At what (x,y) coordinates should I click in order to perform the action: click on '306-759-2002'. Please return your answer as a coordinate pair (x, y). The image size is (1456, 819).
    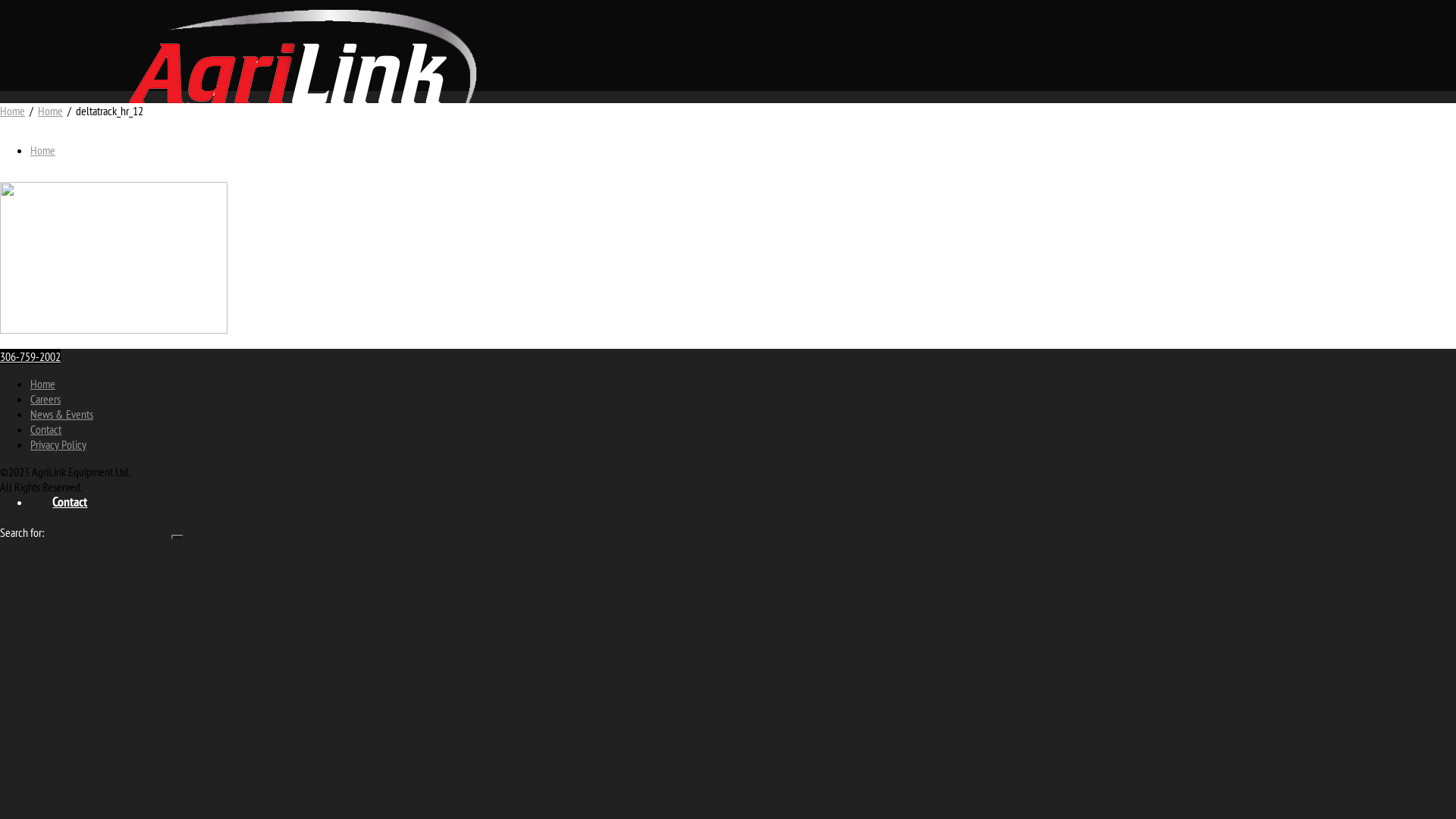
    Looking at the image, I should click on (30, 356).